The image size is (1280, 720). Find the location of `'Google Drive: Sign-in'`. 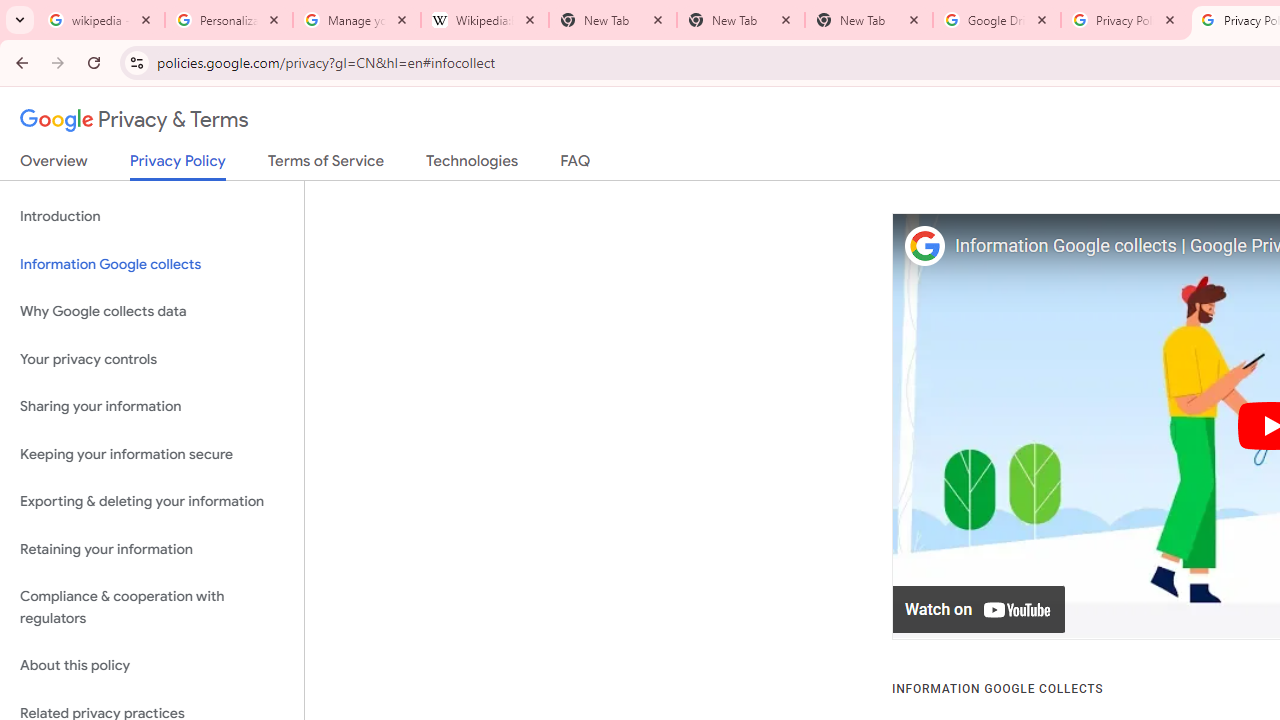

'Google Drive: Sign-in' is located at coordinates (997, 20).